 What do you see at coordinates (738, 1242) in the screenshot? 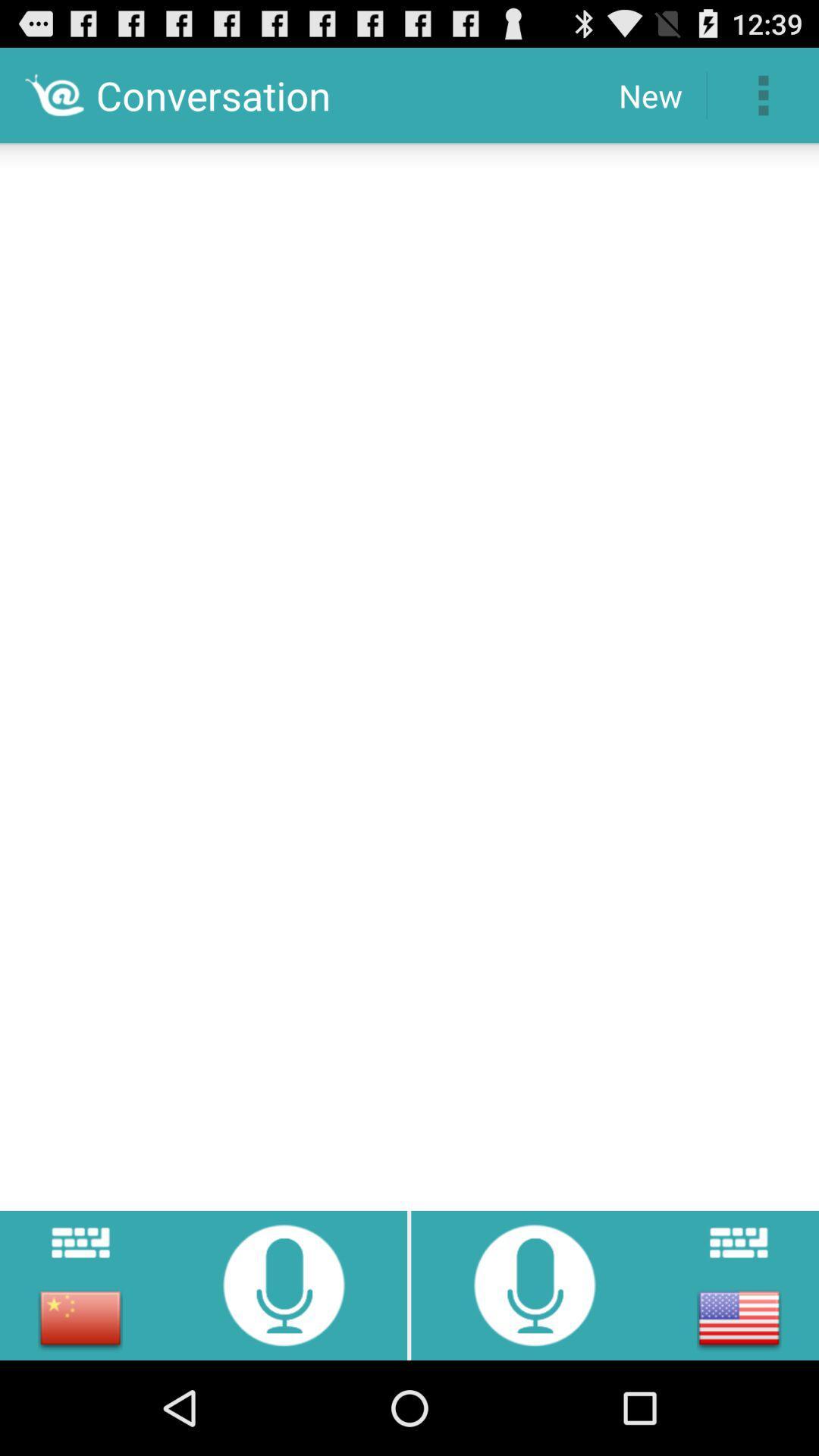
I see `type word` at bounding box center [738, 1242].